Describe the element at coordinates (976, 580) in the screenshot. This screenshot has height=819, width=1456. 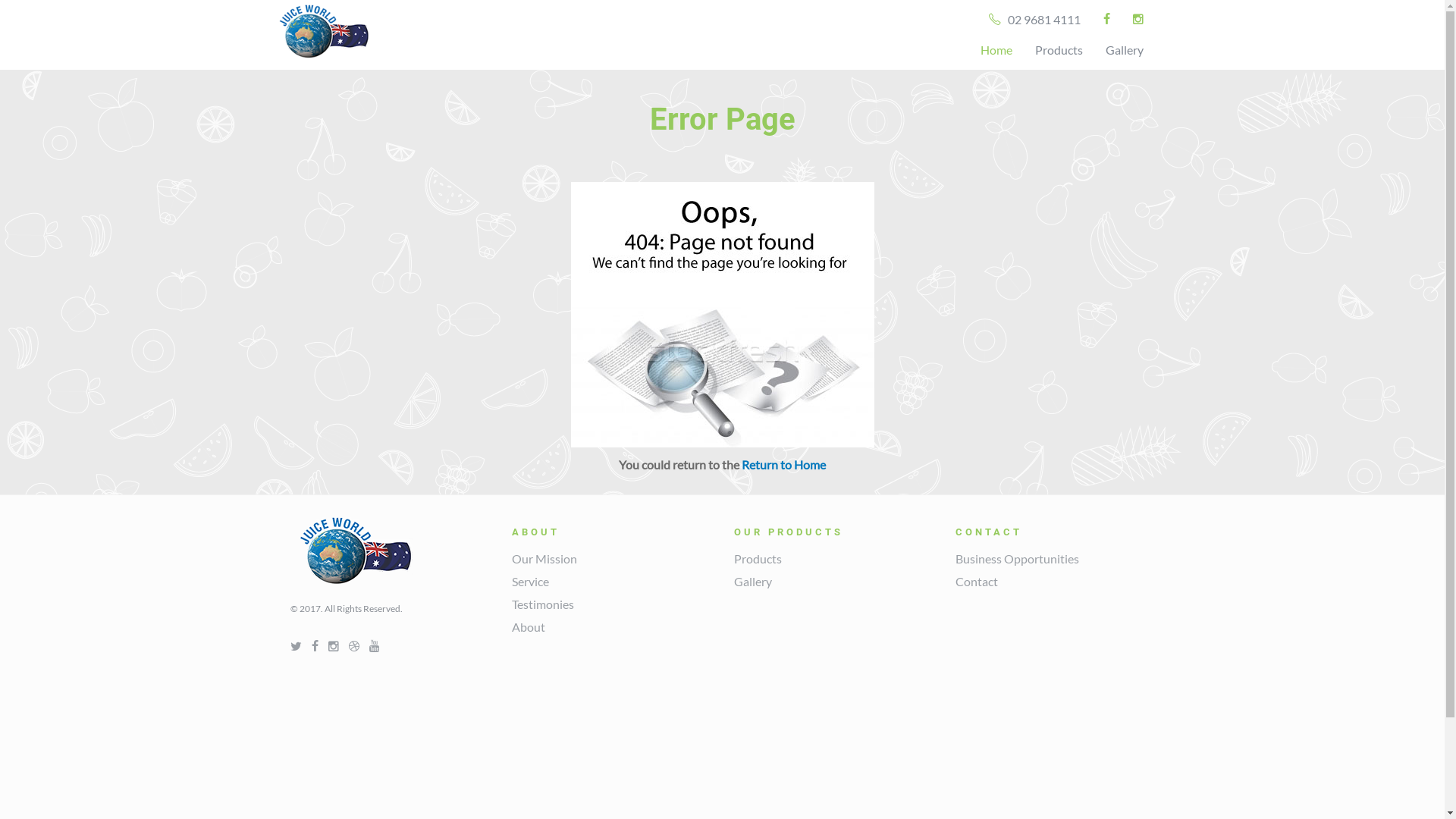
I see `'Contact'` at that location.